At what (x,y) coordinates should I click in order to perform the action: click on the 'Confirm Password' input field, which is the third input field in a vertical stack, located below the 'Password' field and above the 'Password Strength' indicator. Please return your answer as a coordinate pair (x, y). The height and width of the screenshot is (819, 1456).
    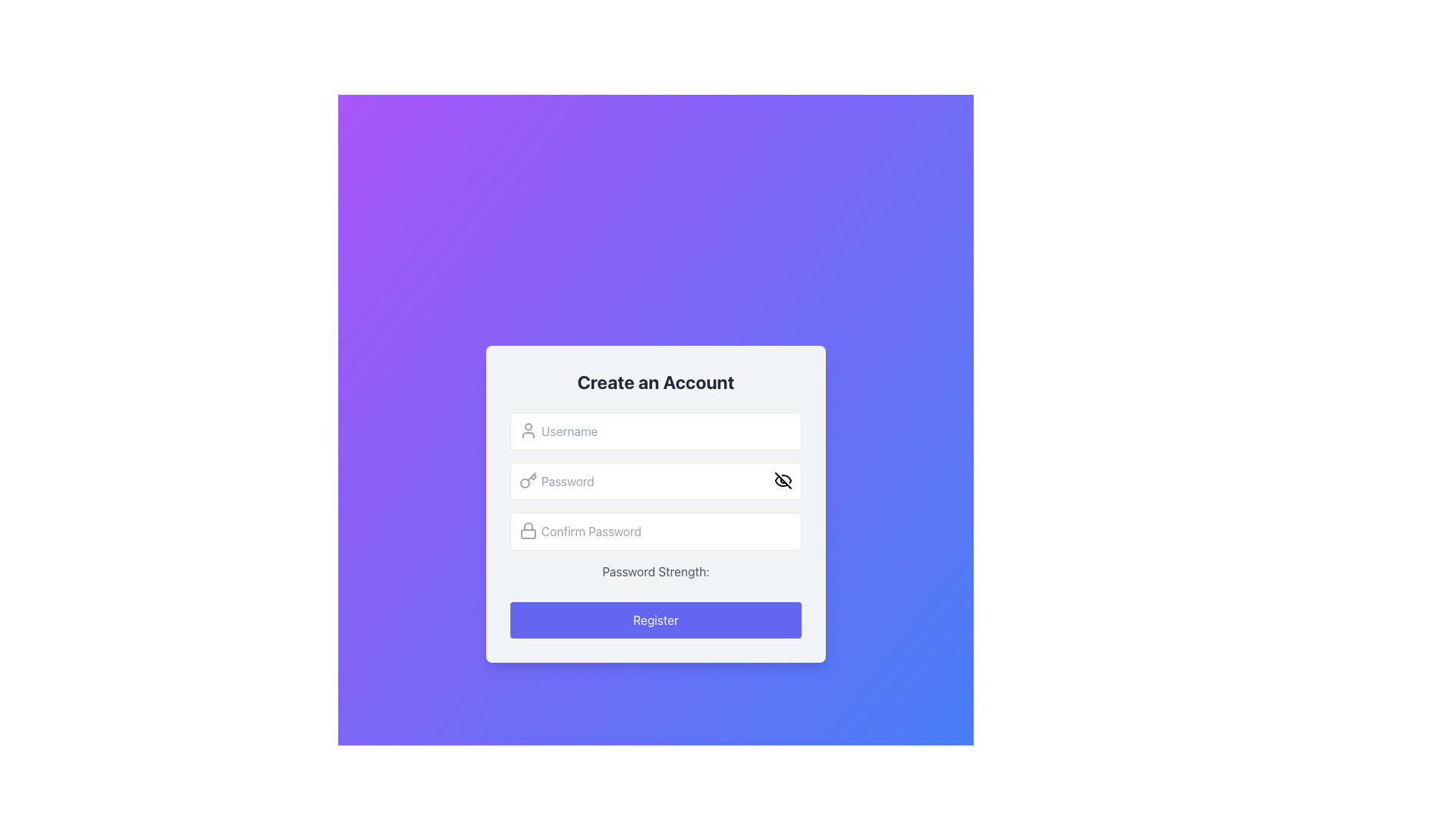
    Looking at the image, I should click on (655, 531).